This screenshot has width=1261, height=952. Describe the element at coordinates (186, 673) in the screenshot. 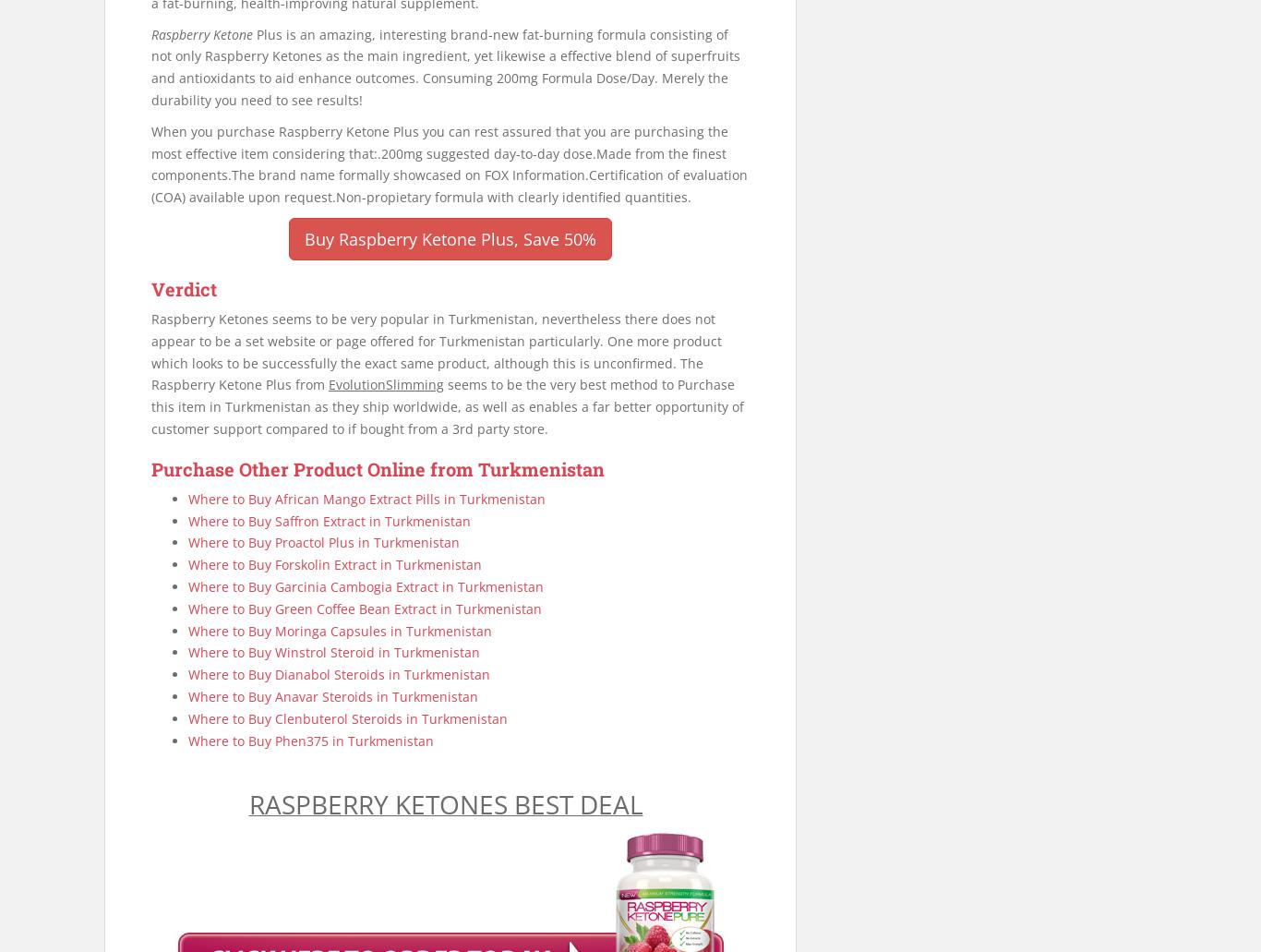

I see `'Where to Buy Dianabol Steroids in Turkmenistan'` at that location.